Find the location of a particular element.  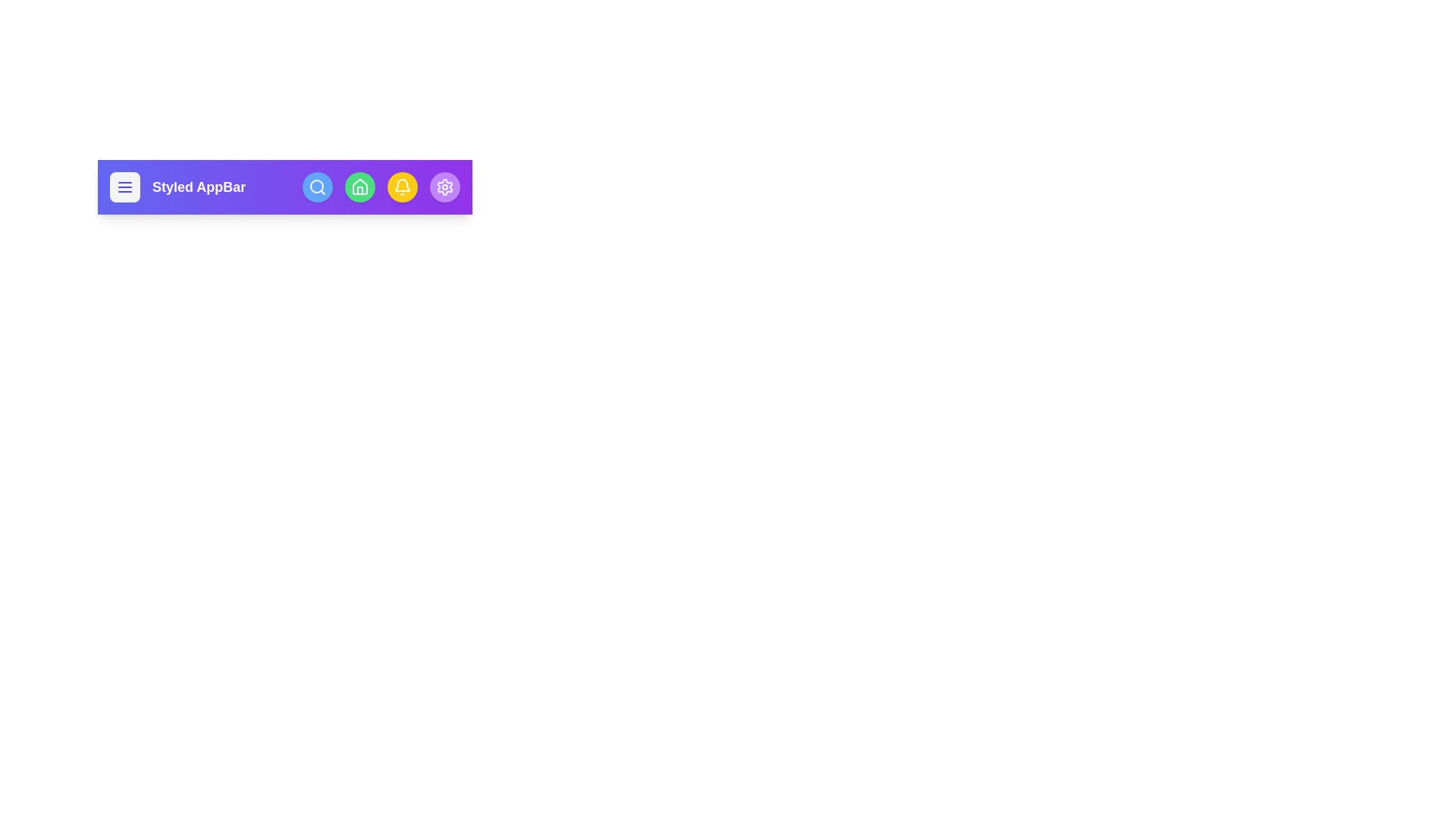

the settings icon in the StyledAppBar is located at coordinates (444, 186).